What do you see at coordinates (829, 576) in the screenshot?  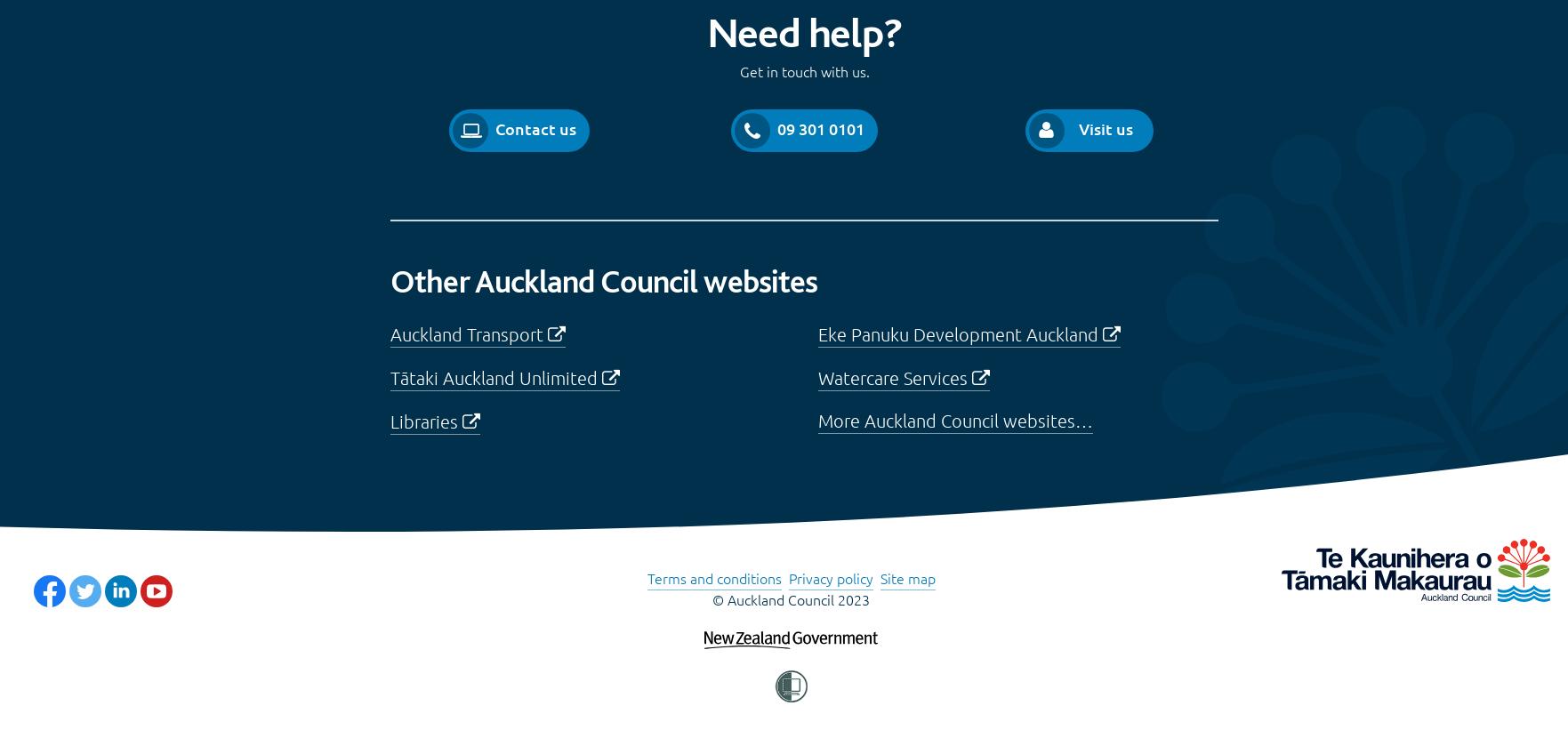 I see `'Privacy policy'` at bounding box center [829, 576].